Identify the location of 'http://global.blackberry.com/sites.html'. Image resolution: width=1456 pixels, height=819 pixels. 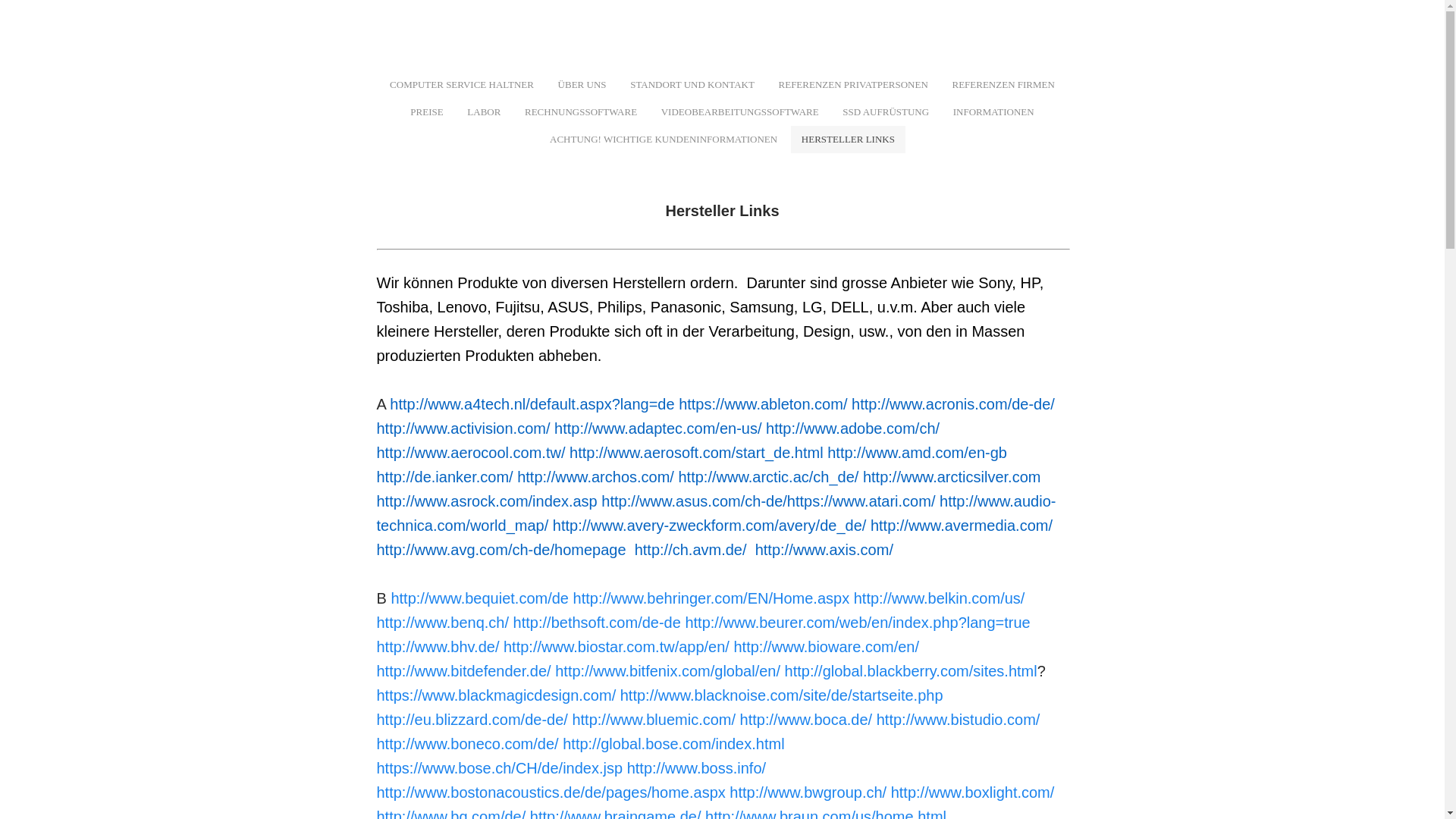
(910, 670).